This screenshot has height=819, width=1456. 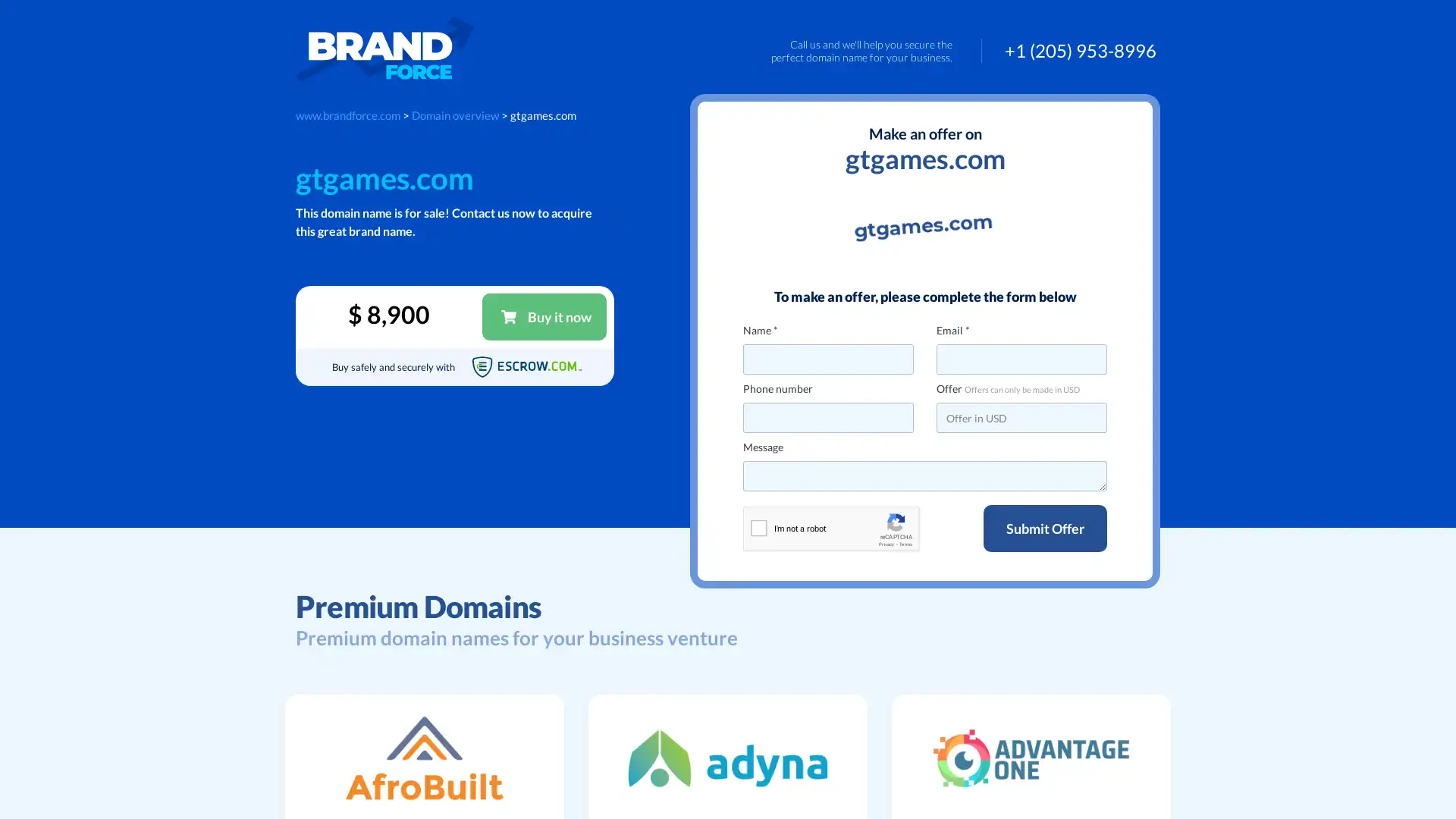 I want to click on Submit offer, so click(x=1044, y=528).